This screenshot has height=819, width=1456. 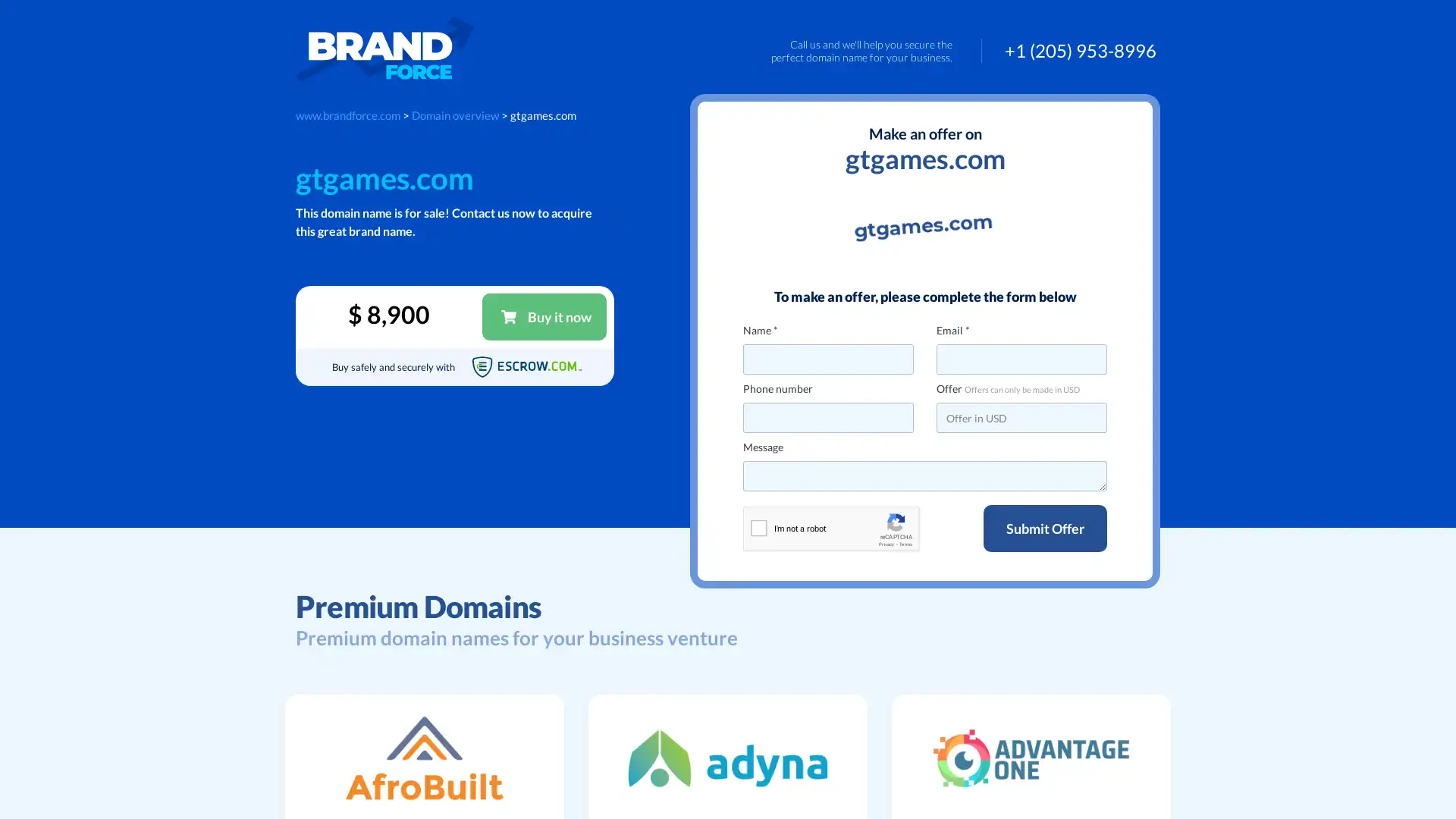 I want to click on Submit offer, so click(x=1044, y=528).